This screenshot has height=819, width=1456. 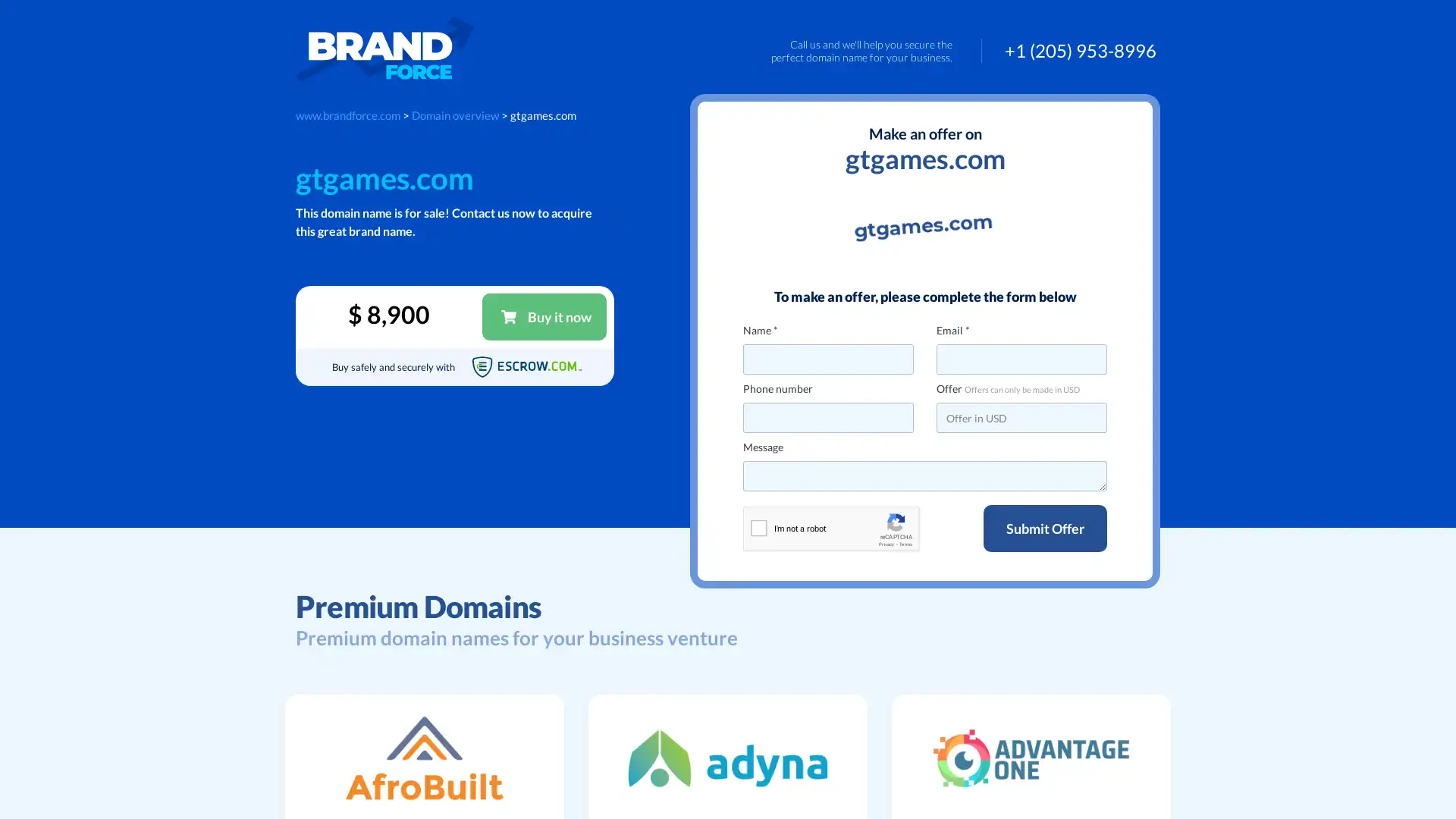 I want to click on Submit offer, so click(x=1044, y=528).